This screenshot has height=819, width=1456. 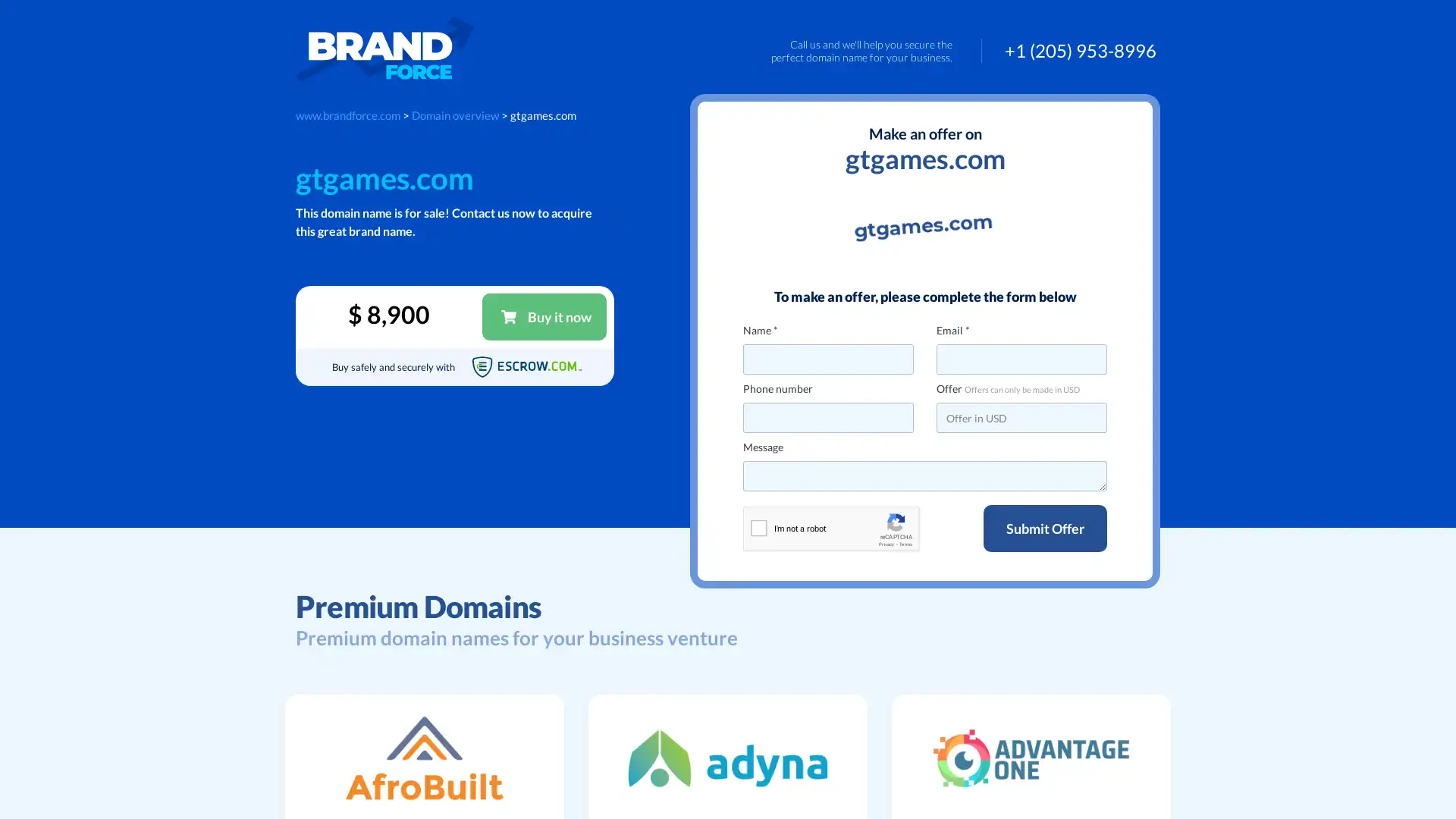 I want to click on Submit offer, so click(x=1044, y=528).